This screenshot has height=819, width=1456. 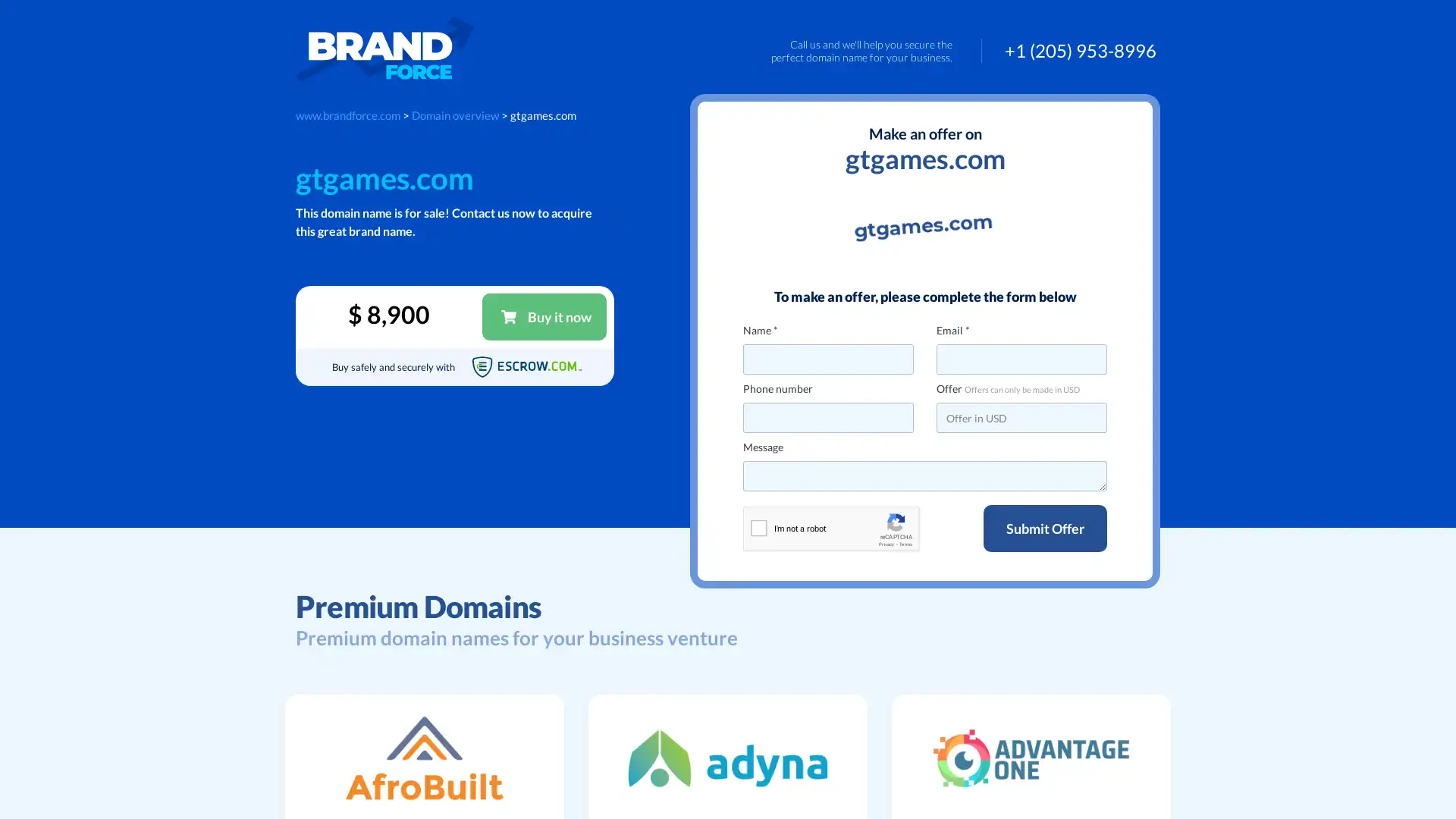 I want to click on Submit offer, so click(x=1044, y=528).